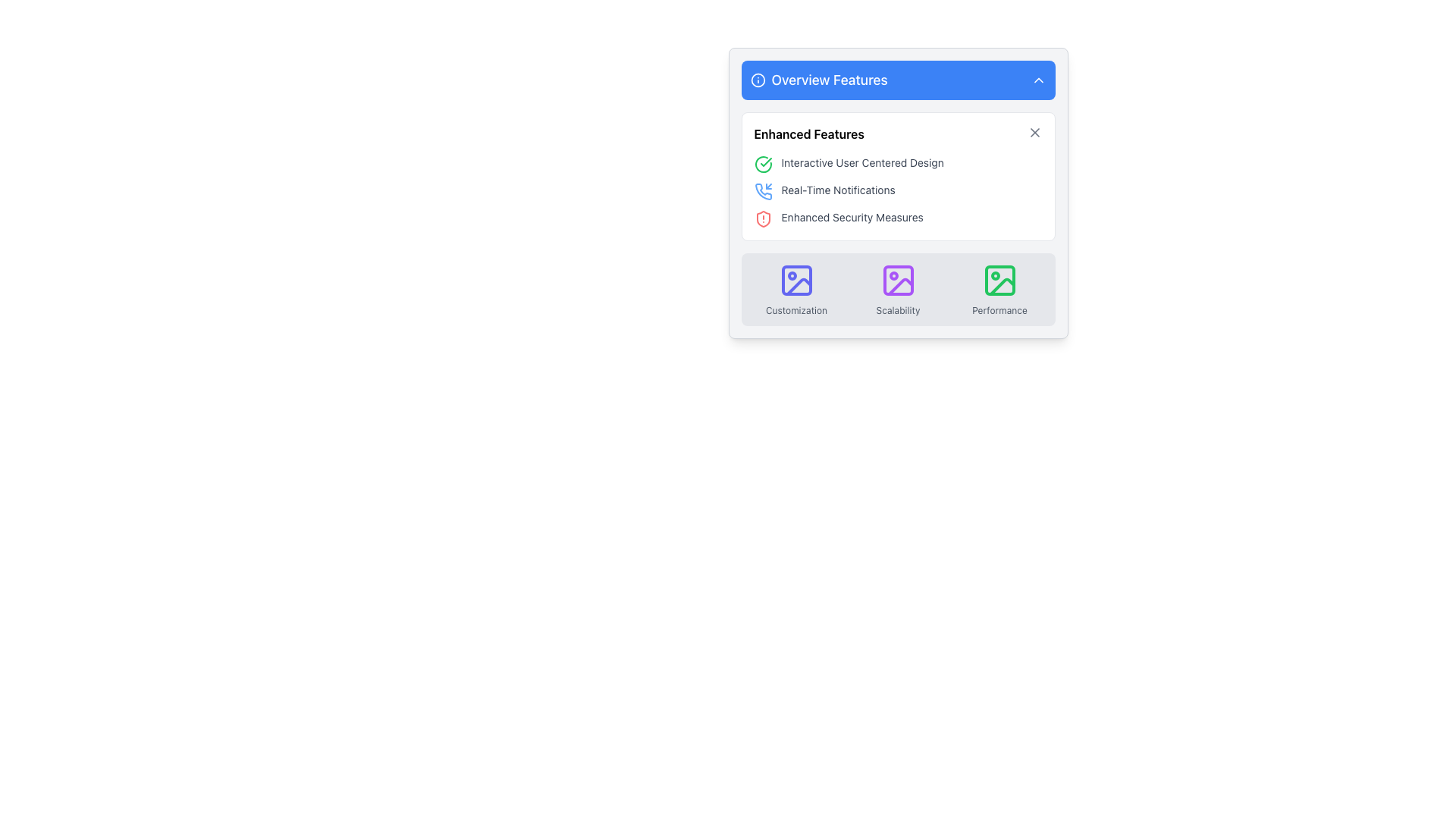 This screenshot has height=819, width=1456. What do you see at coordinates (999, 309) in the screenshot?
I see `the static text label that serves as a description for the 'Performance' icon, located in the bottom-right corner of the feature description panel` at bounding box center [999, 309].